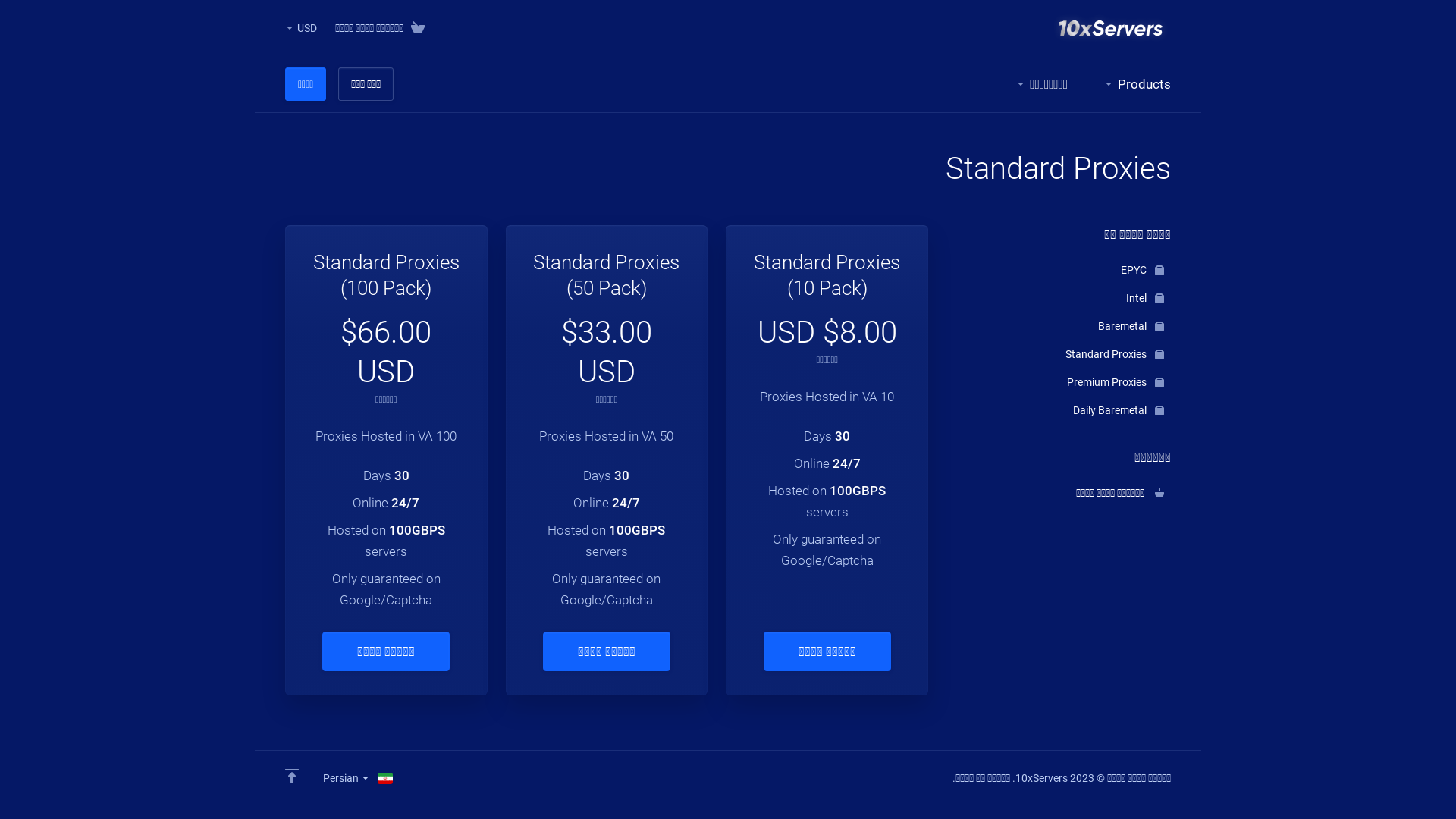  Describe the element at coordinates (1063, 353) in the screenshot. I see `'Standard Proxies'` at that location.